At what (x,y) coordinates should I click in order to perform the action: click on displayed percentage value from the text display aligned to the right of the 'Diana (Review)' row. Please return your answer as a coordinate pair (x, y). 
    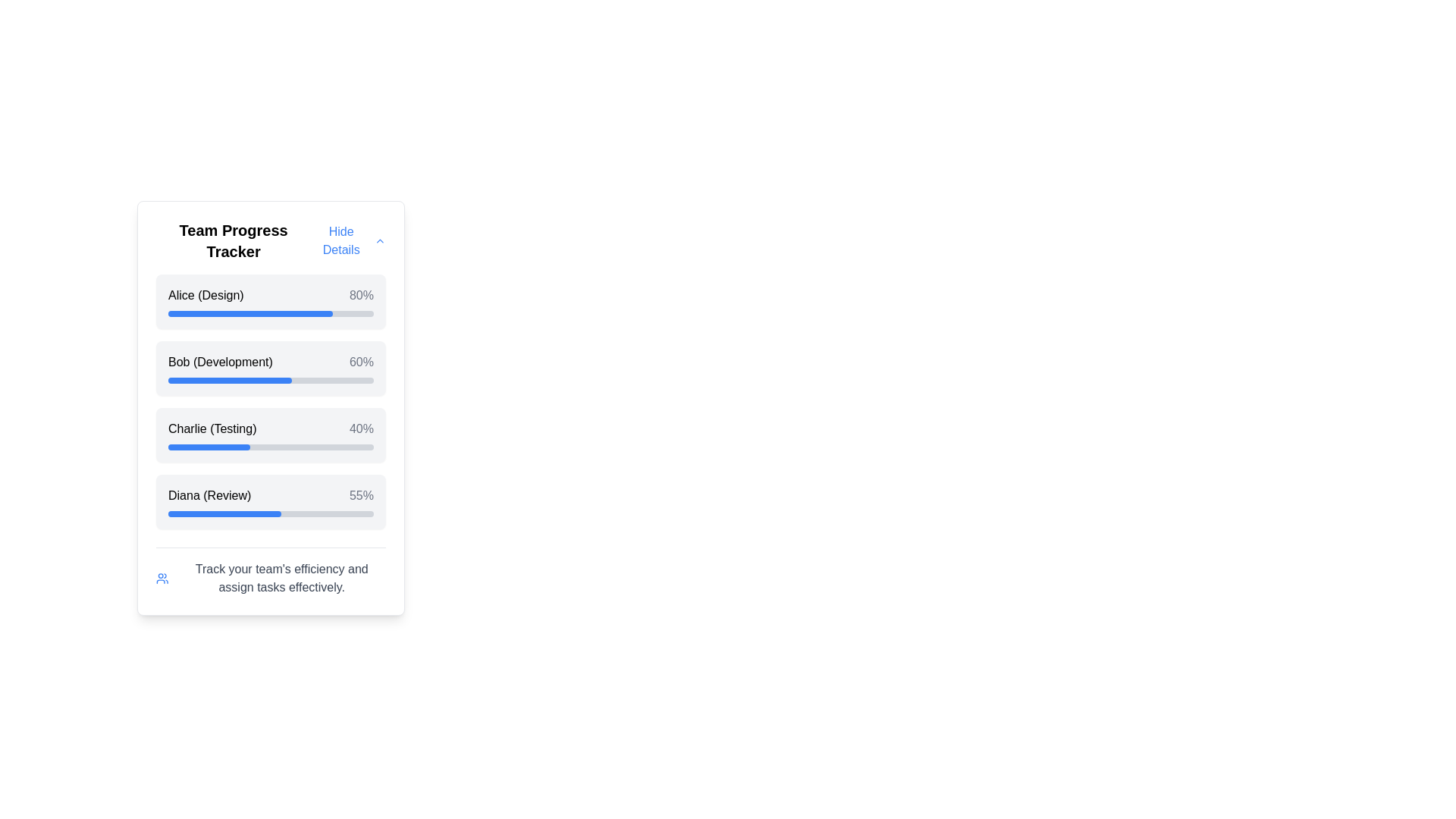
    Looking at the image, I should click on (360, 496).